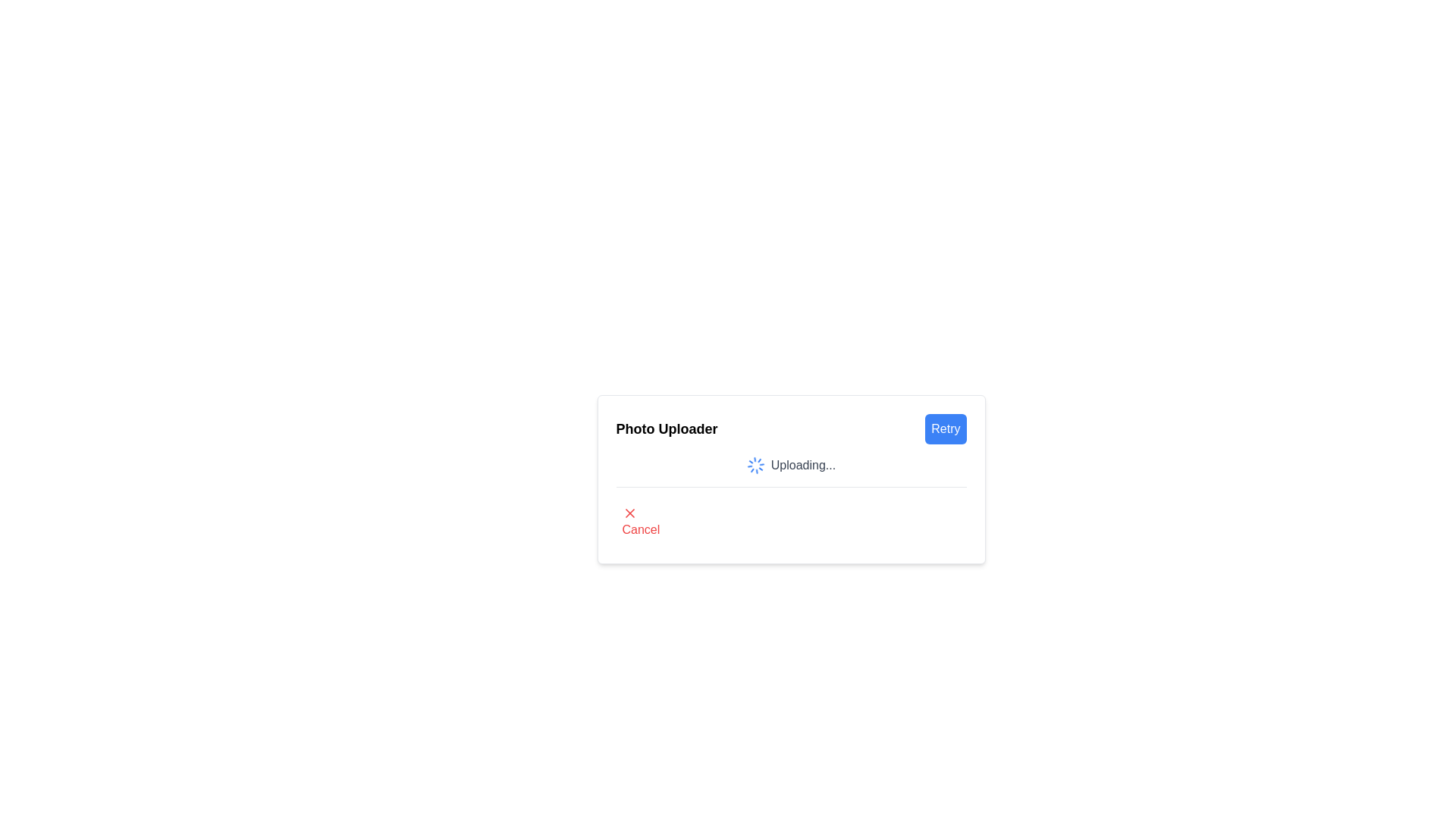 The image size is (1456, 819). I want to click on the status indicated by the Loader with Status Text displaying 'Uploading...' in the Photo Uploader popup, so click(790, 464).